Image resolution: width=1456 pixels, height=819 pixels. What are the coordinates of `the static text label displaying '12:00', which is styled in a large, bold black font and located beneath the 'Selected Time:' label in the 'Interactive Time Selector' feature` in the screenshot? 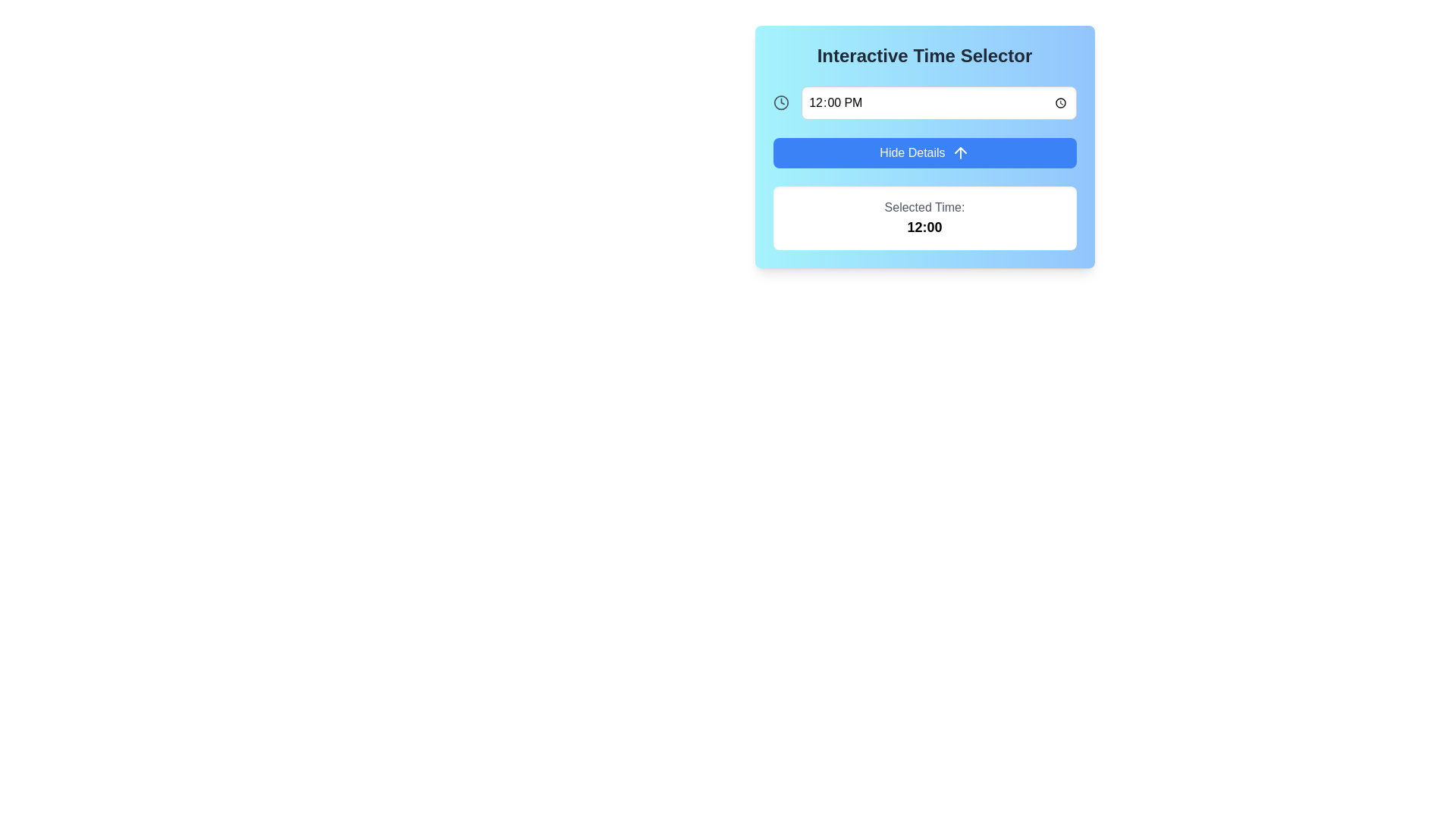 It's located at (924, 227).